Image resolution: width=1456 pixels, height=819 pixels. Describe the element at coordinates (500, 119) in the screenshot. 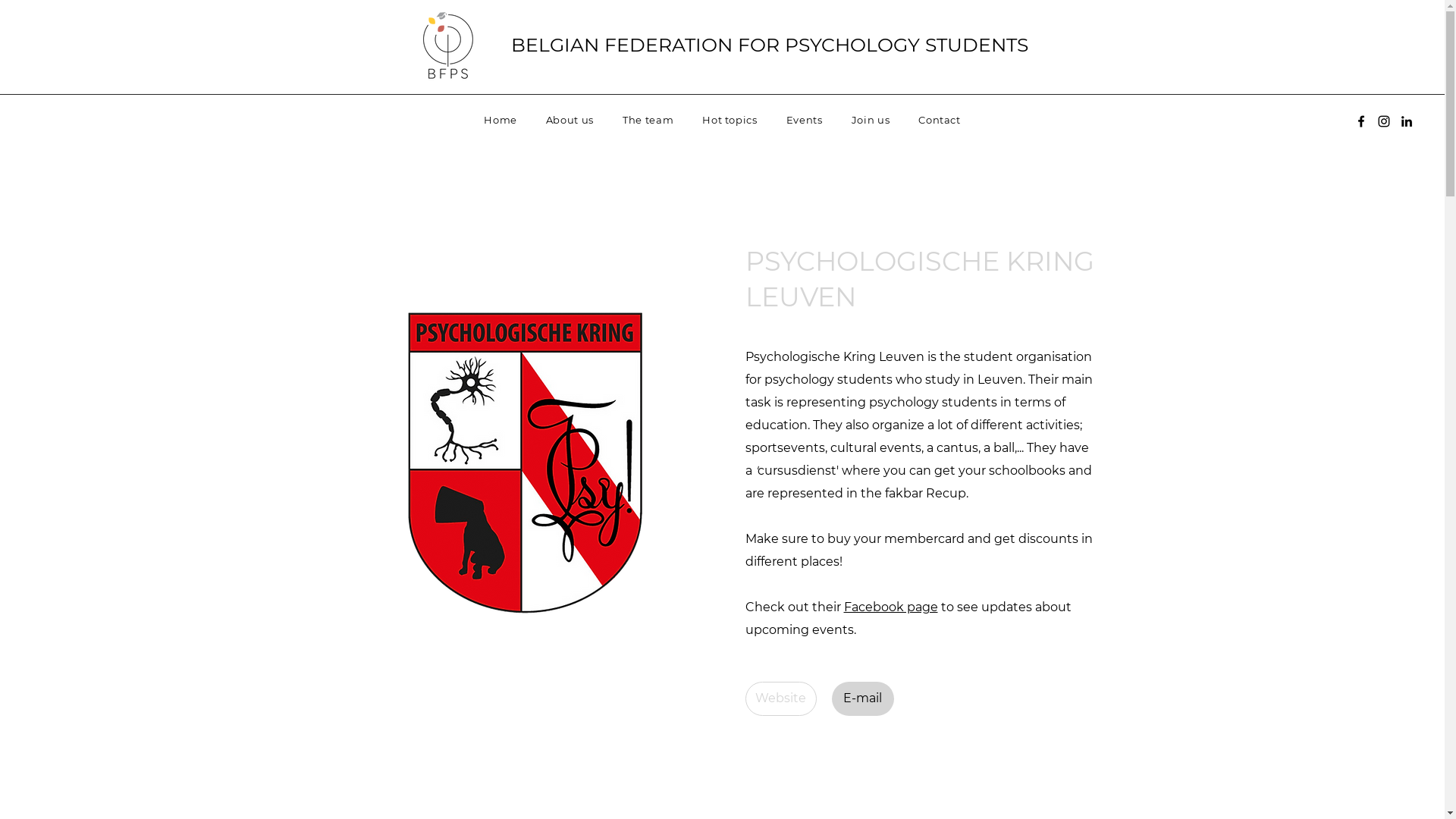

I see `'Home'` at that location.